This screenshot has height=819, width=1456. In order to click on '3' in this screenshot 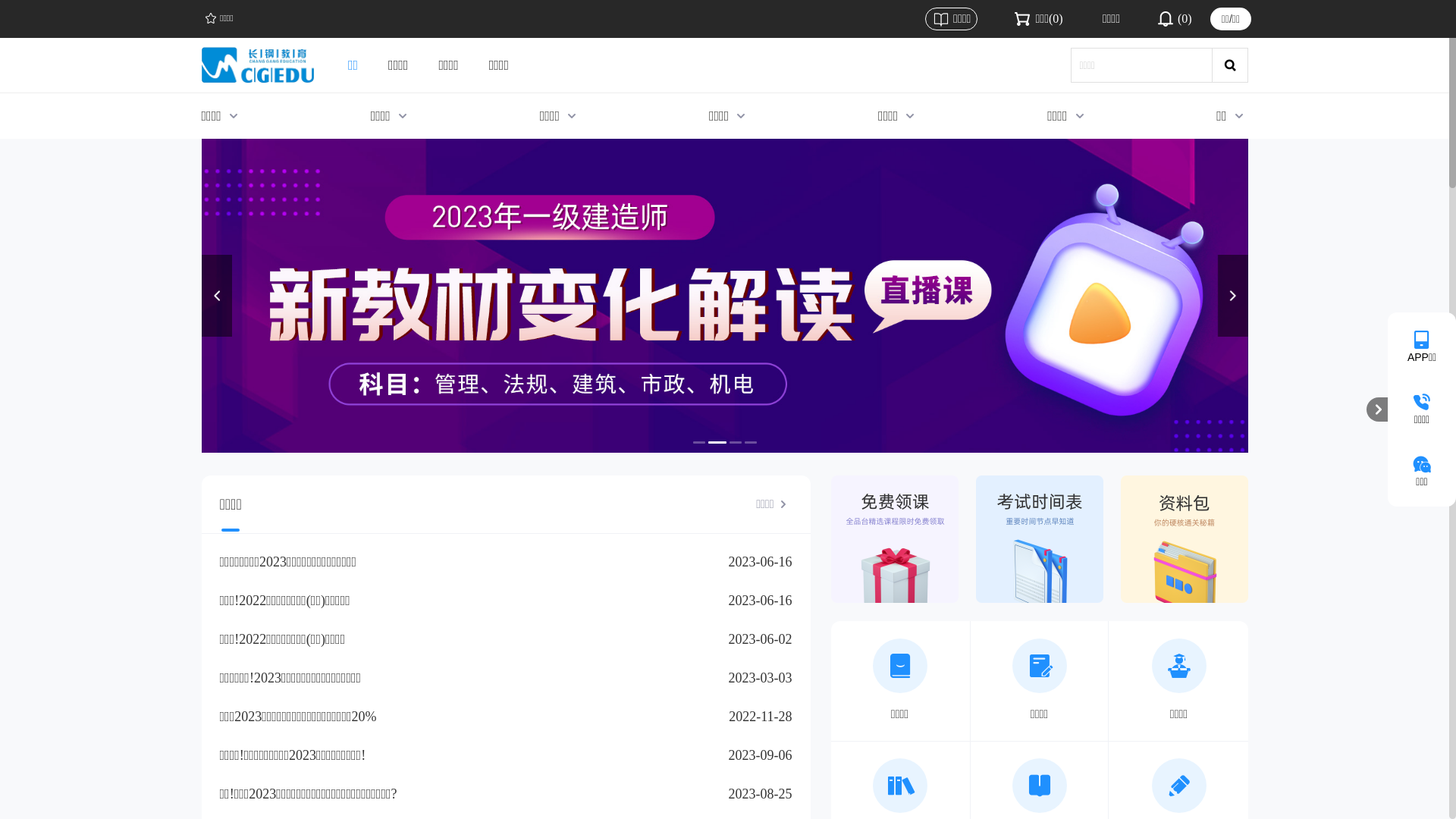, I will do `click(732, 442)`.